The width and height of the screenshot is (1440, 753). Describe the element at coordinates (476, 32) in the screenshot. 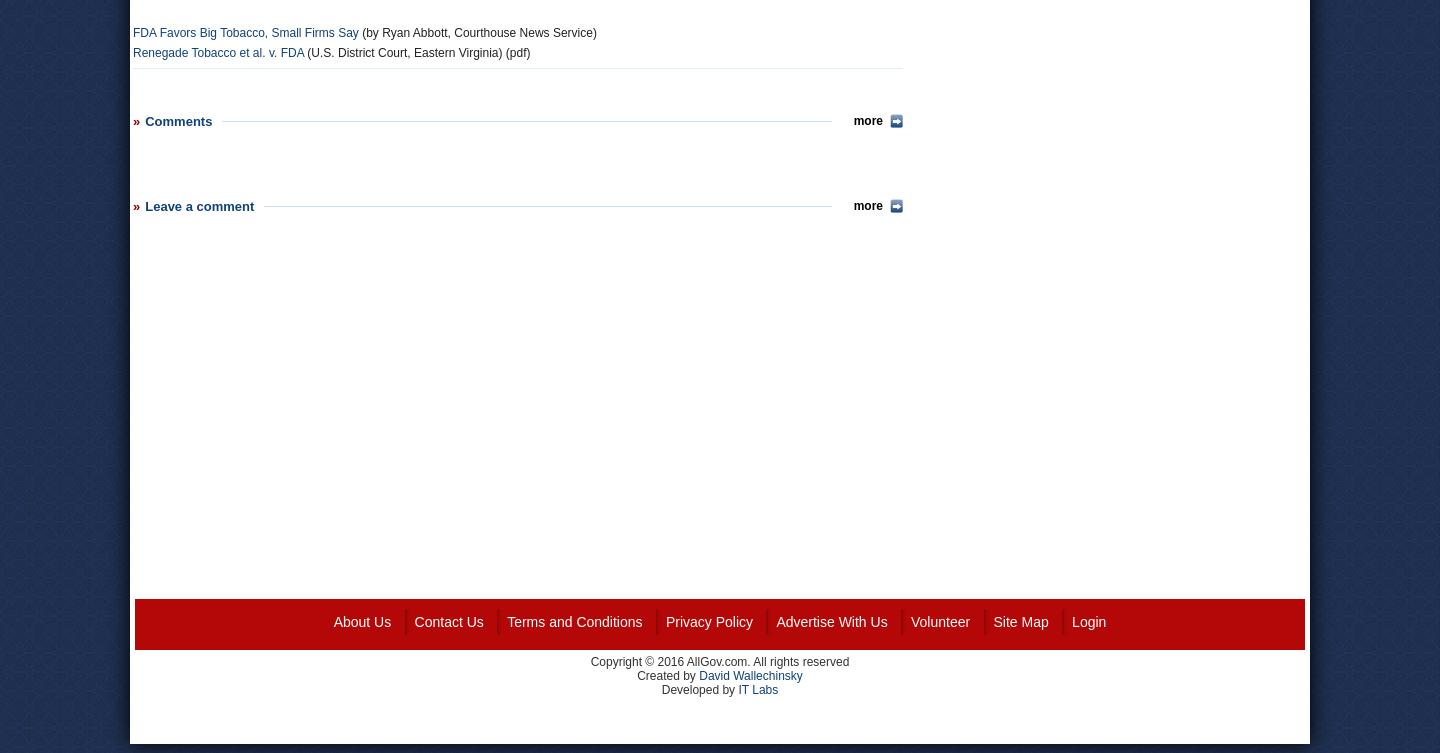

I see `'(by Ryan Abbott, Courthouse News Service)'` at that location.